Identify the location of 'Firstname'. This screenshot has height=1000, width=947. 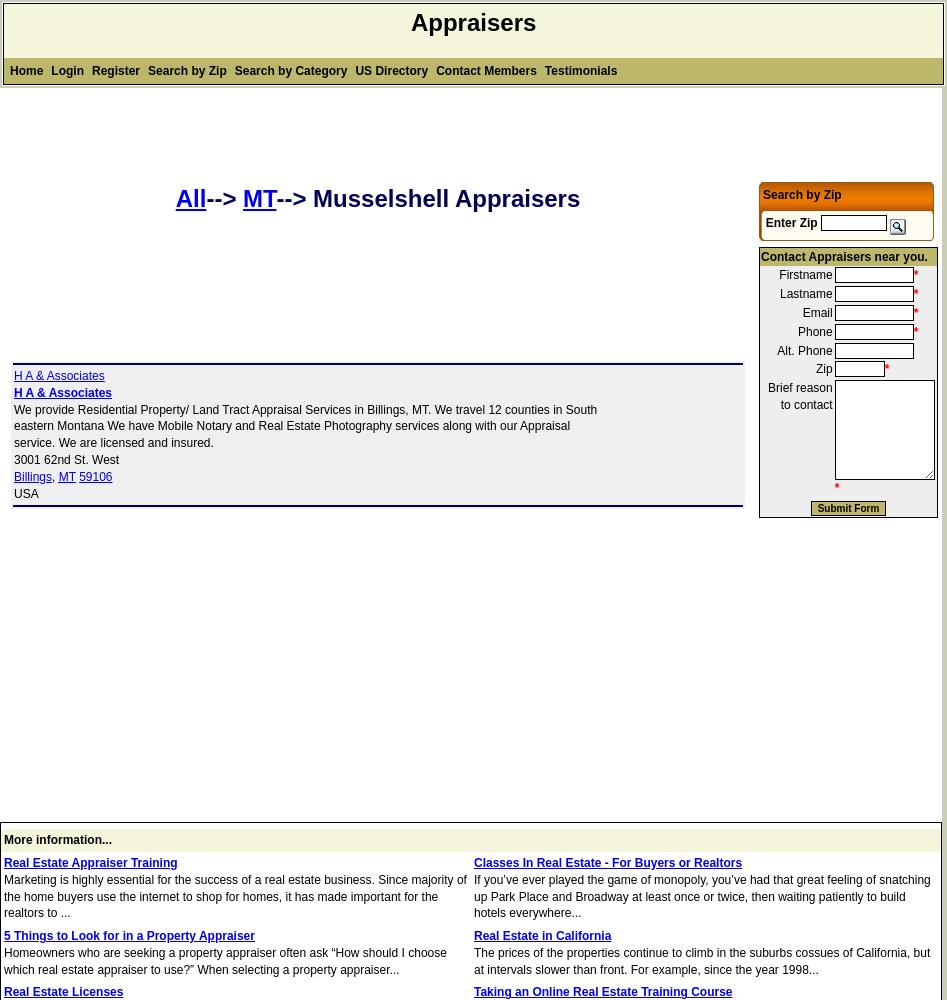
(805, 275).